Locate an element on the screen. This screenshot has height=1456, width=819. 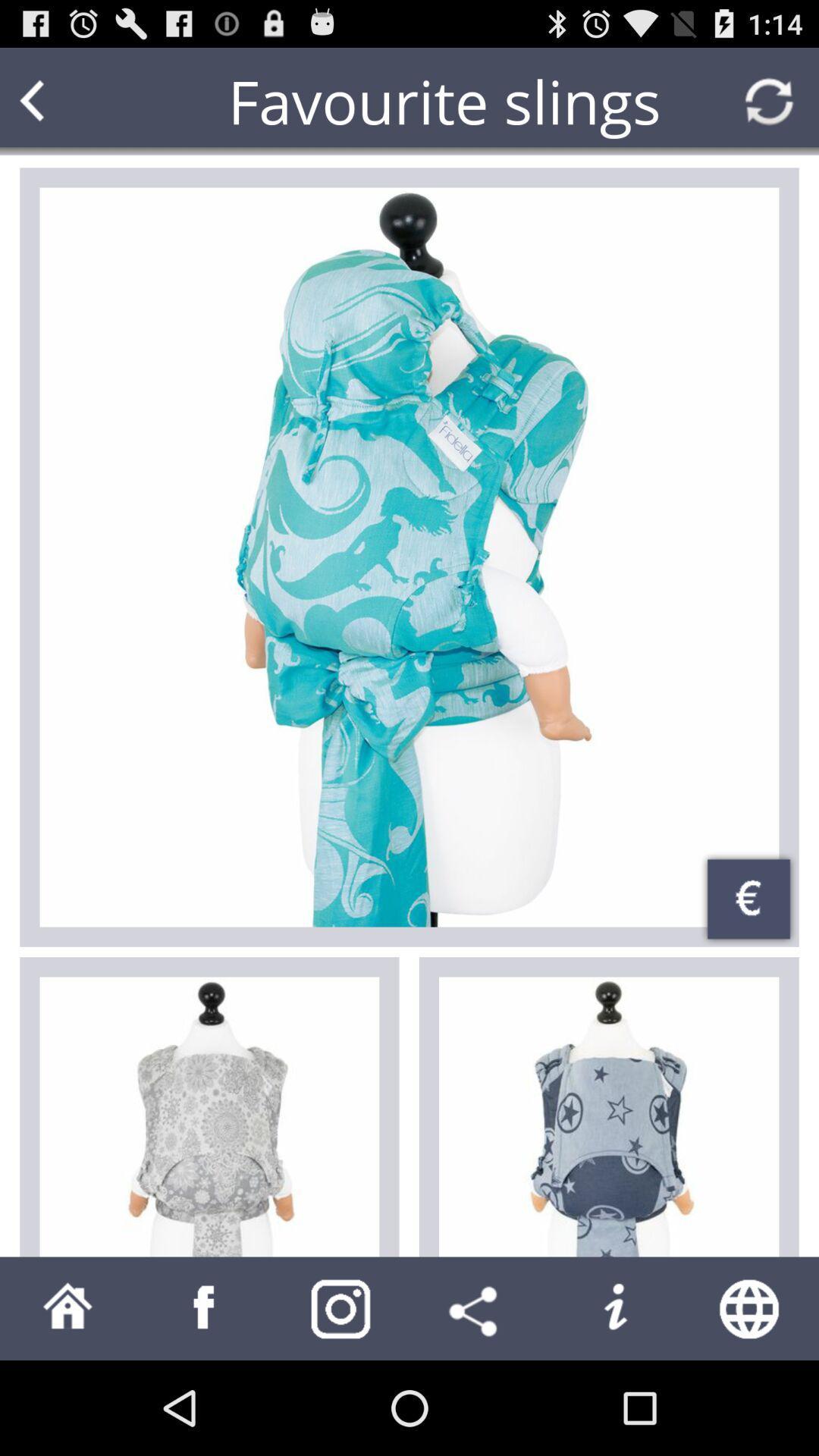
home is located at coordinates (67, 1307).